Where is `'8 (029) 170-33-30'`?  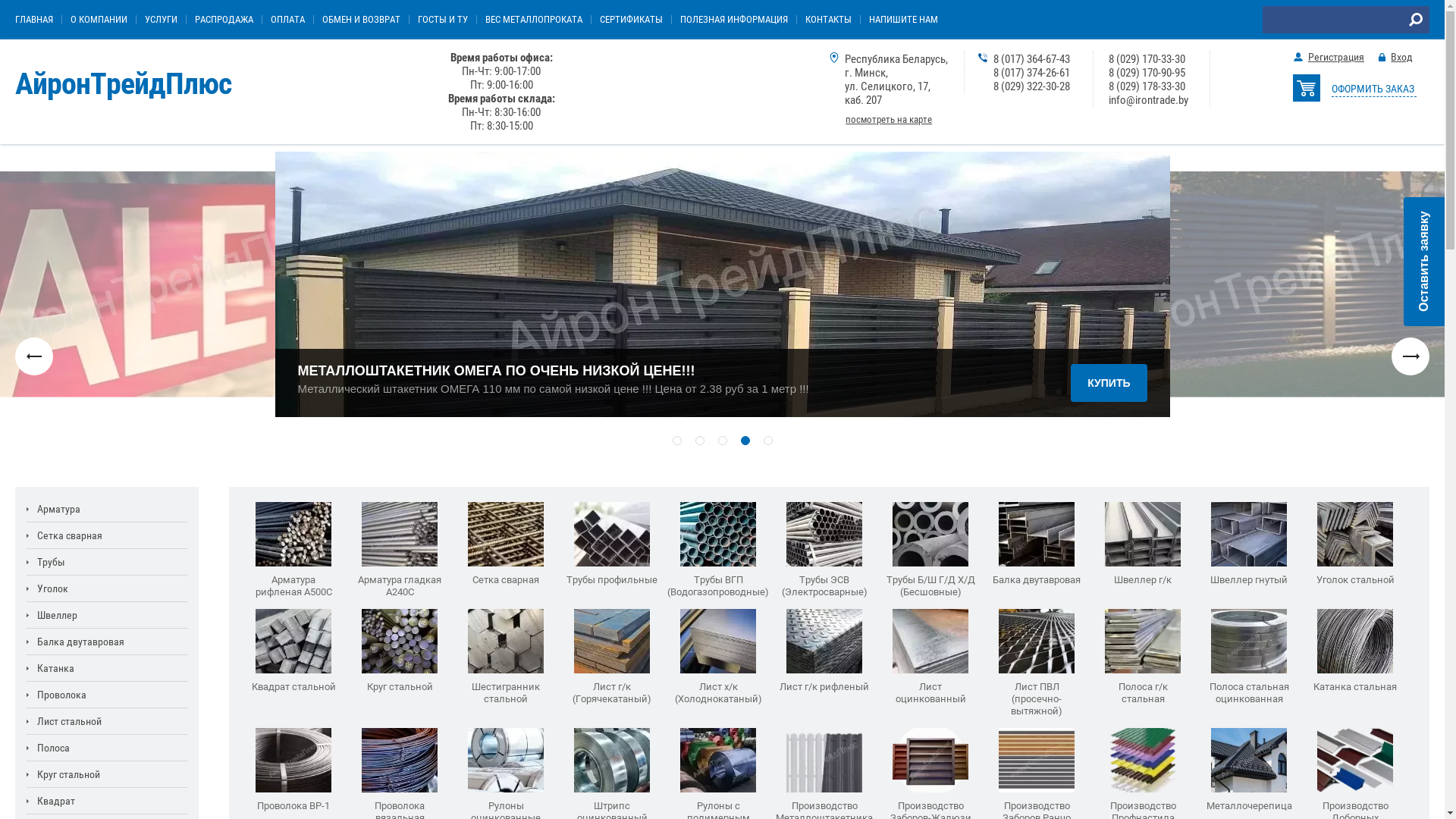 '8 (029) 170-33-30' is located at coordinates (1147, 58).